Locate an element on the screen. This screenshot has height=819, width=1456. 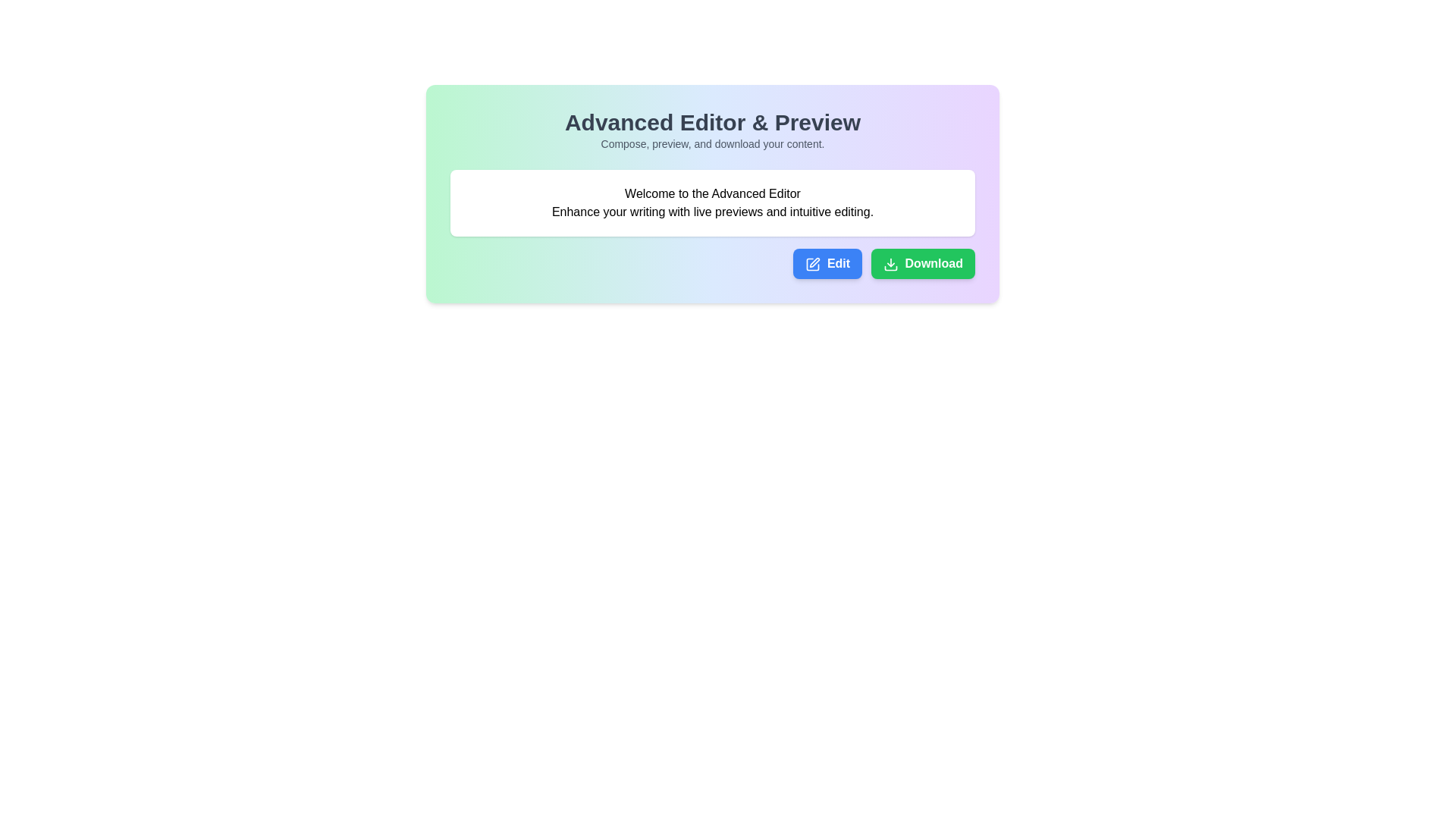
the text block displaying 'Advanced Editor & Preview' with the subtitle 'Compose, preview, and download your content.' is located at coordinates (712, 130).